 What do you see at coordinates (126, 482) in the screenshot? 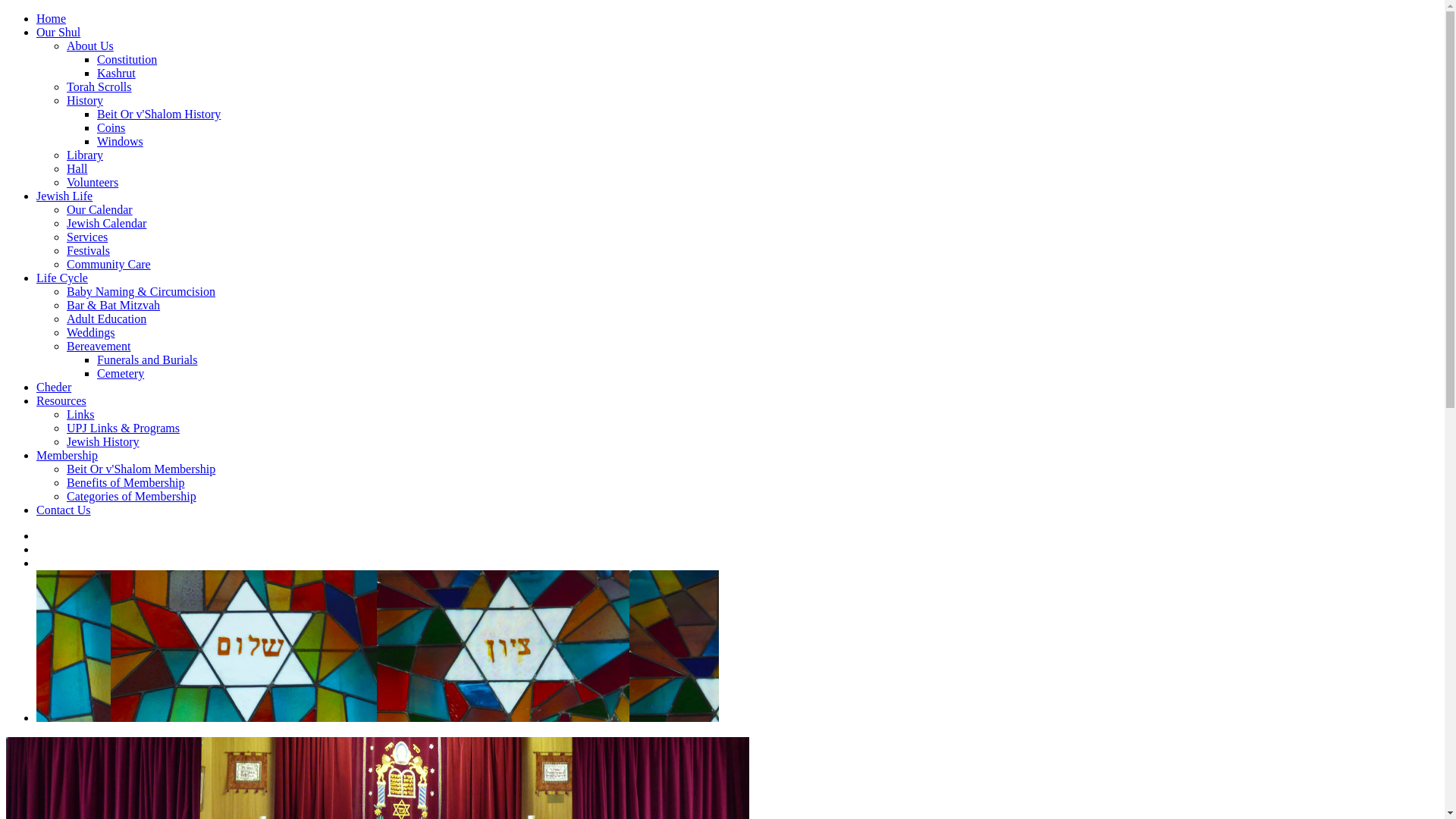
I see `'Benefits of Membership'` at bounding box center [126, 482].